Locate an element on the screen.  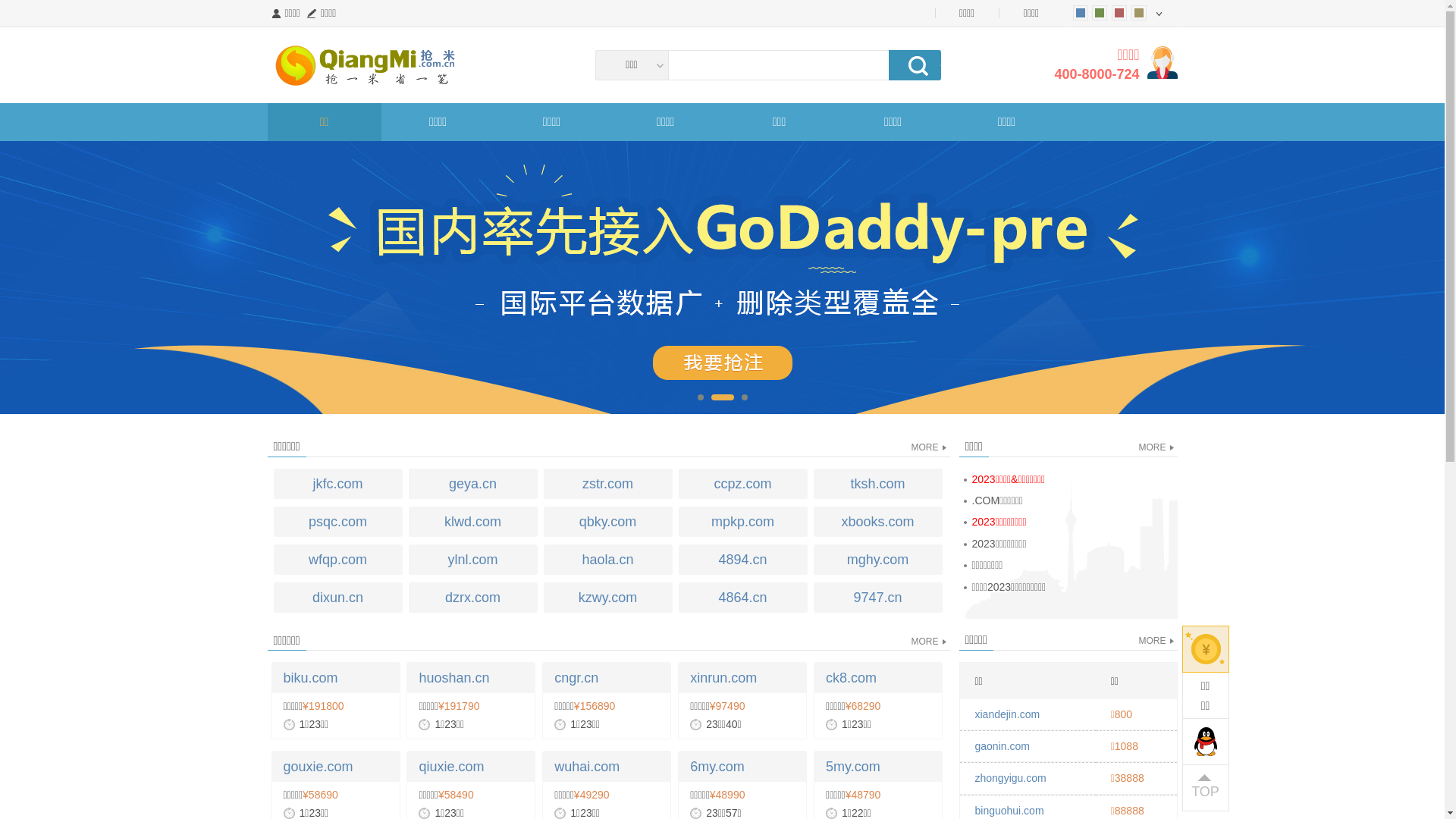
'ccpz.com' is located at coordinates (742, 483).